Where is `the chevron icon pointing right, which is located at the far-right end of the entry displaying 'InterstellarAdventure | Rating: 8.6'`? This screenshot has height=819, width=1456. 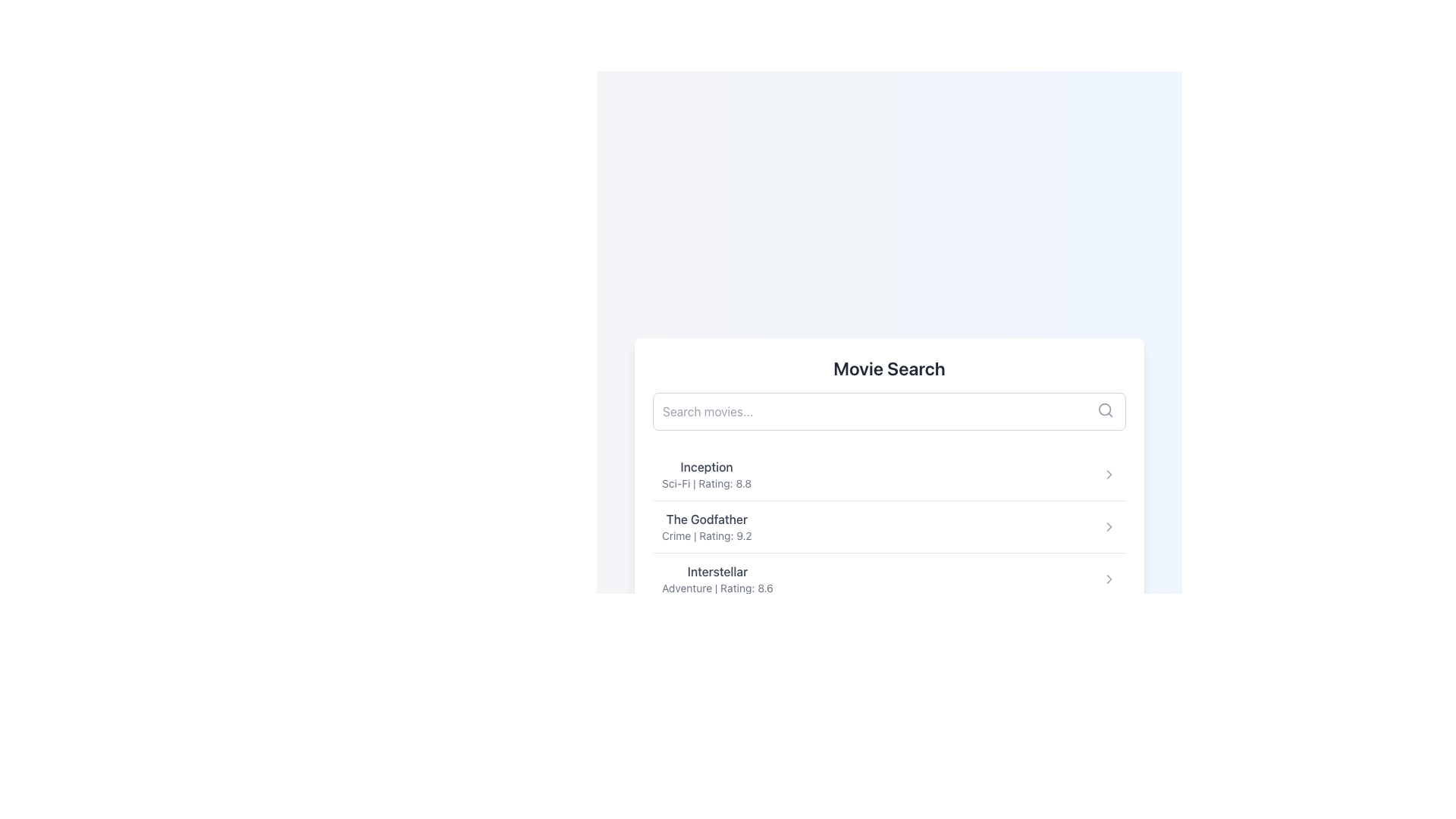
the chevron icon pointing right, which is located at the far-right end of the entry displaying 'InterstellarAdventure | Rating: 8.6' is located at coordinates (1109, 579).